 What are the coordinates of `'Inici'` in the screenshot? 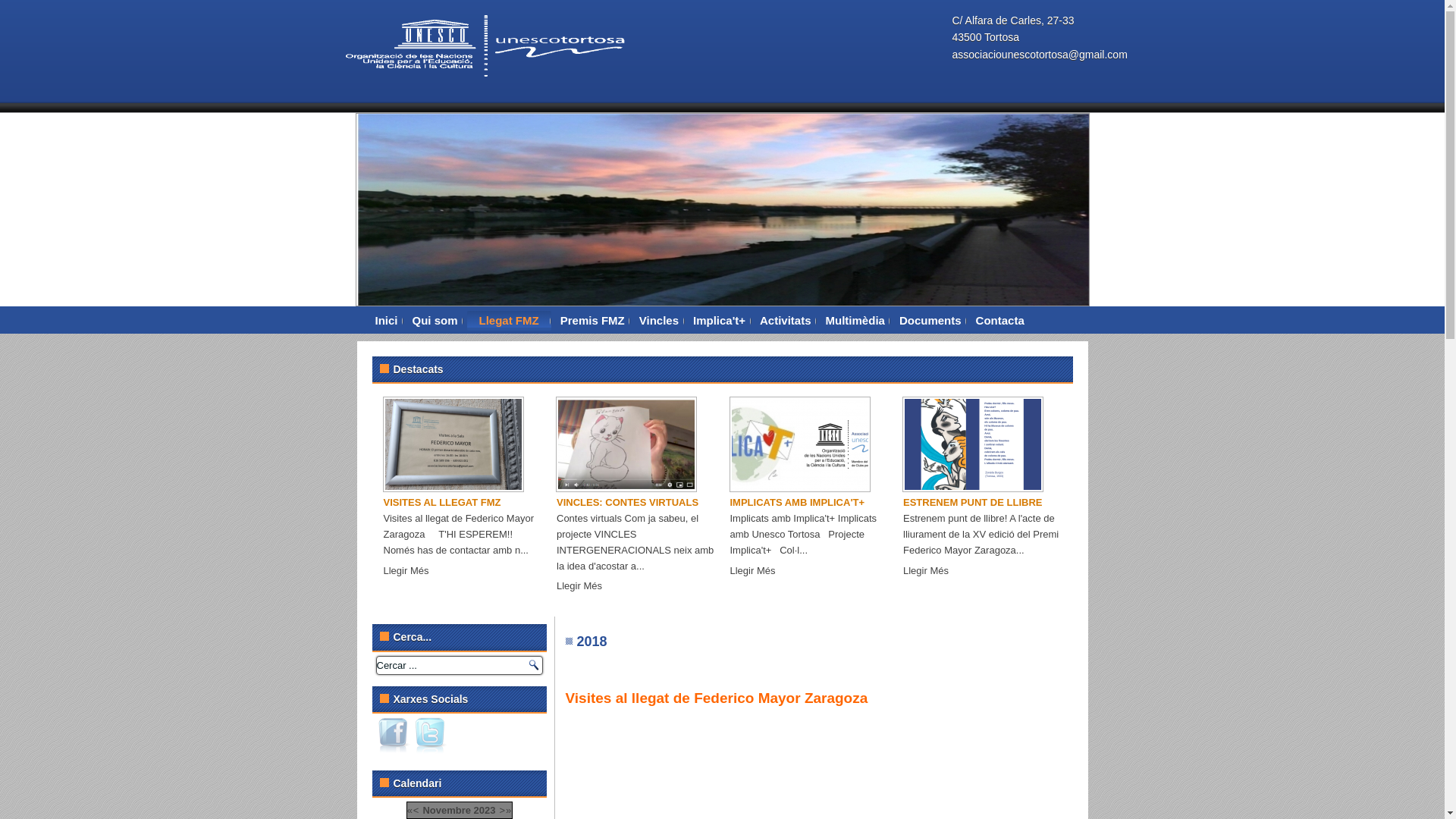 It's located at (386, 320).